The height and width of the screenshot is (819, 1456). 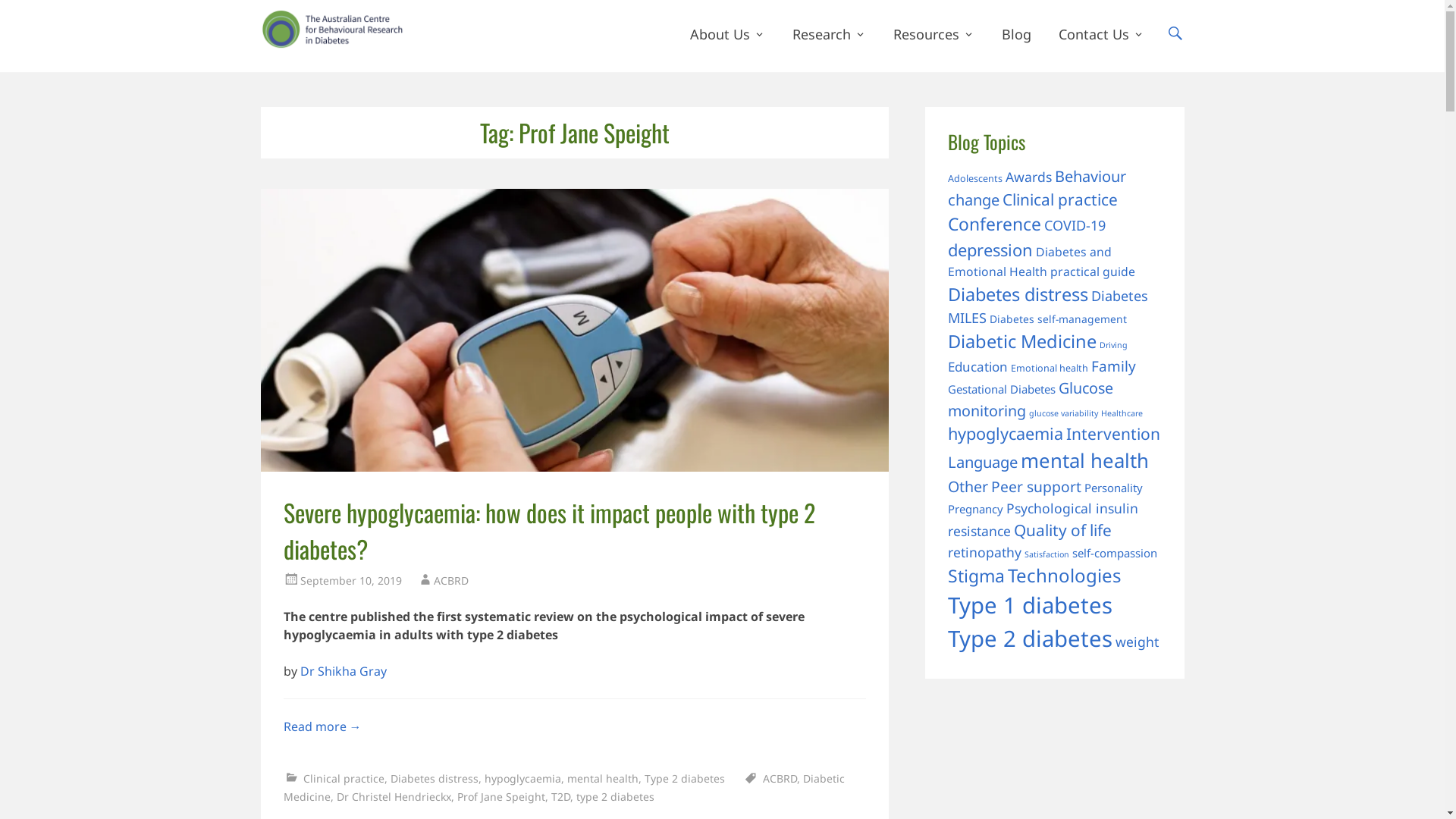 I want to click on 'Clinical practice', so click(x=343, y=778).